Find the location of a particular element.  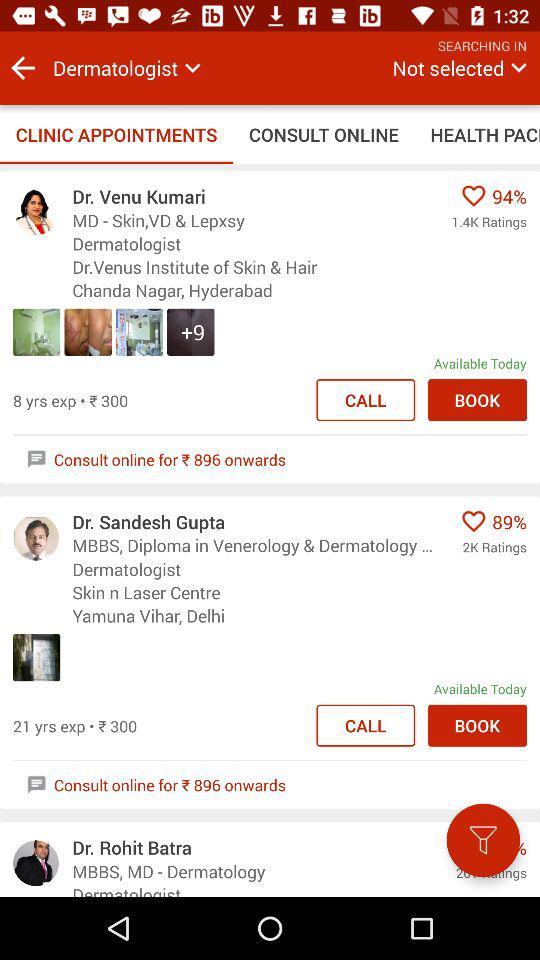

filter option is located at coordinates (482, 840).